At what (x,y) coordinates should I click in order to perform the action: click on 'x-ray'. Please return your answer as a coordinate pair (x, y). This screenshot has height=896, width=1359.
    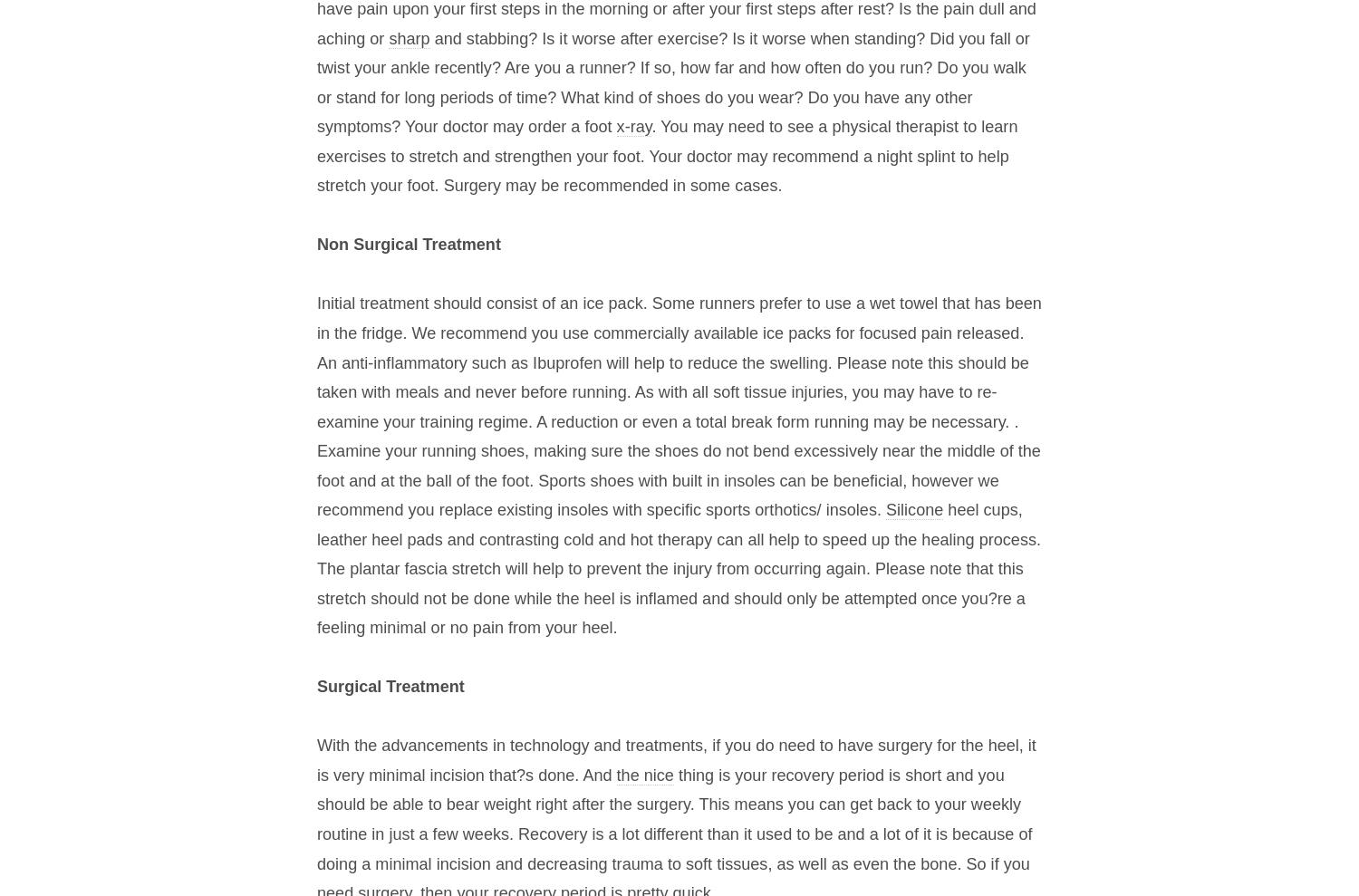
    Looking at the image, I should click on (632, 126).